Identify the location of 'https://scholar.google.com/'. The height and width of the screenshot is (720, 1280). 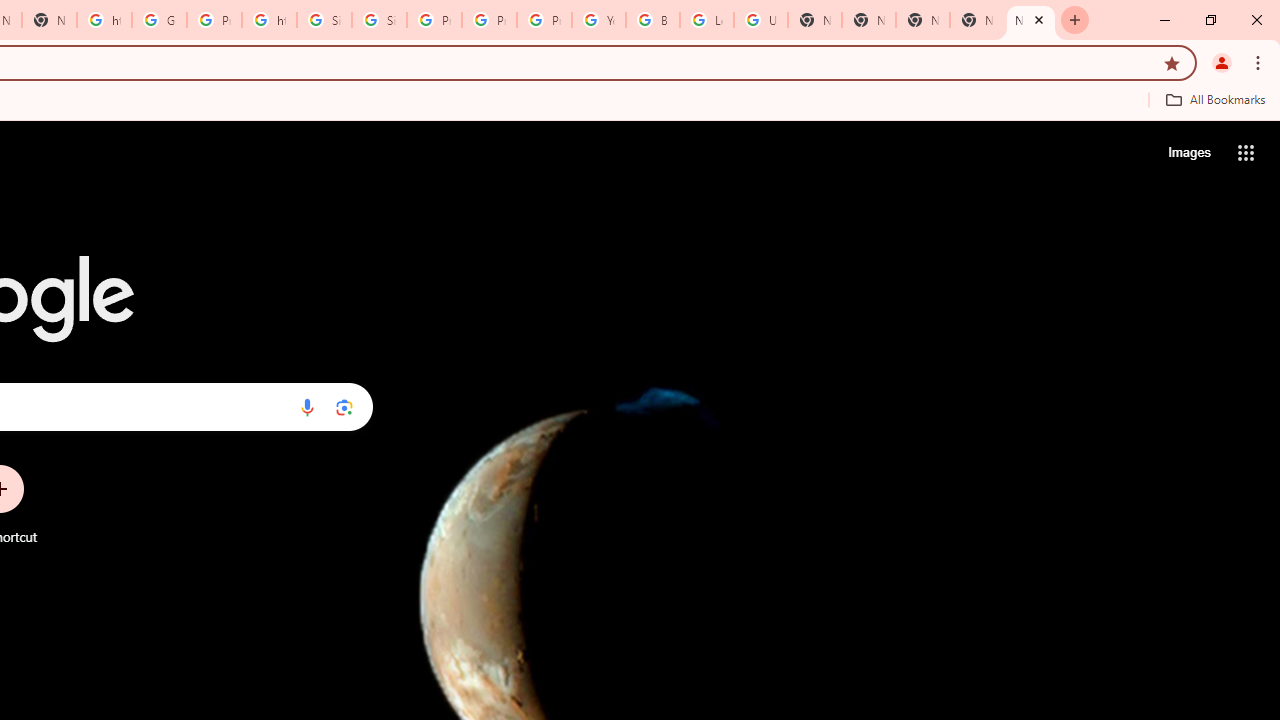
(268, 20).